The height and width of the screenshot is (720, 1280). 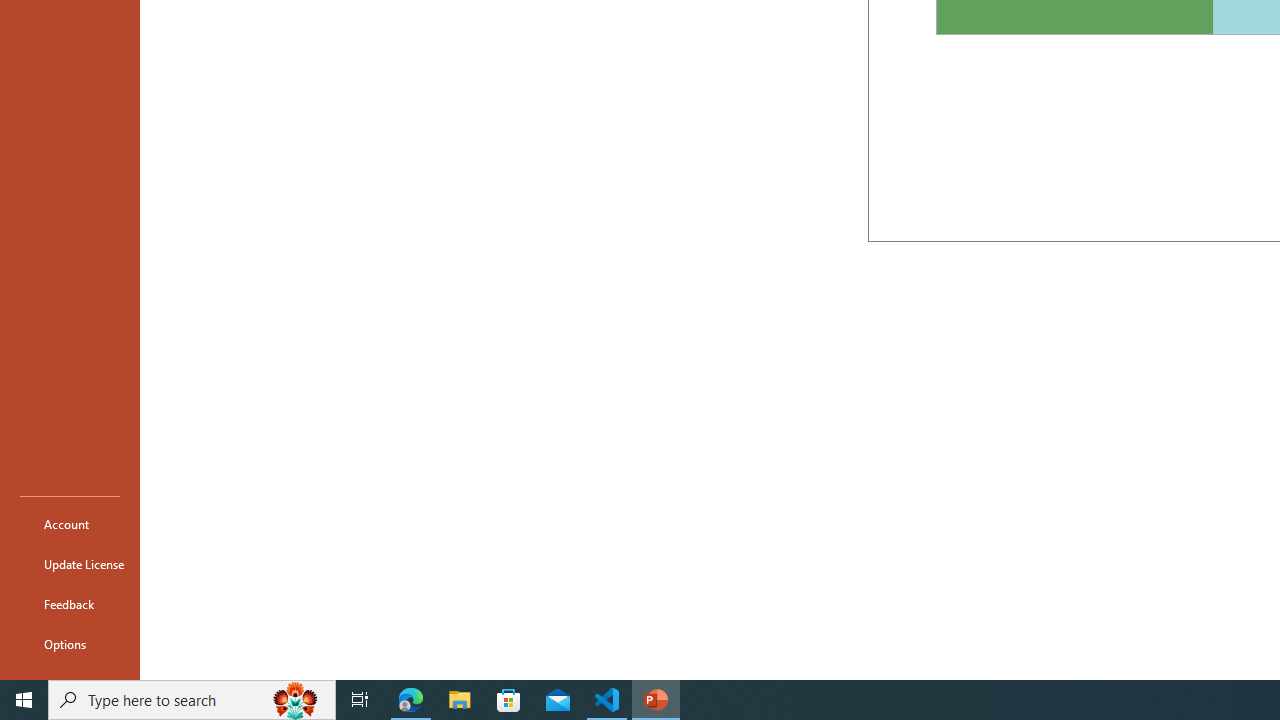 I want to click on 'Feedback', so click(x=69, y=603).